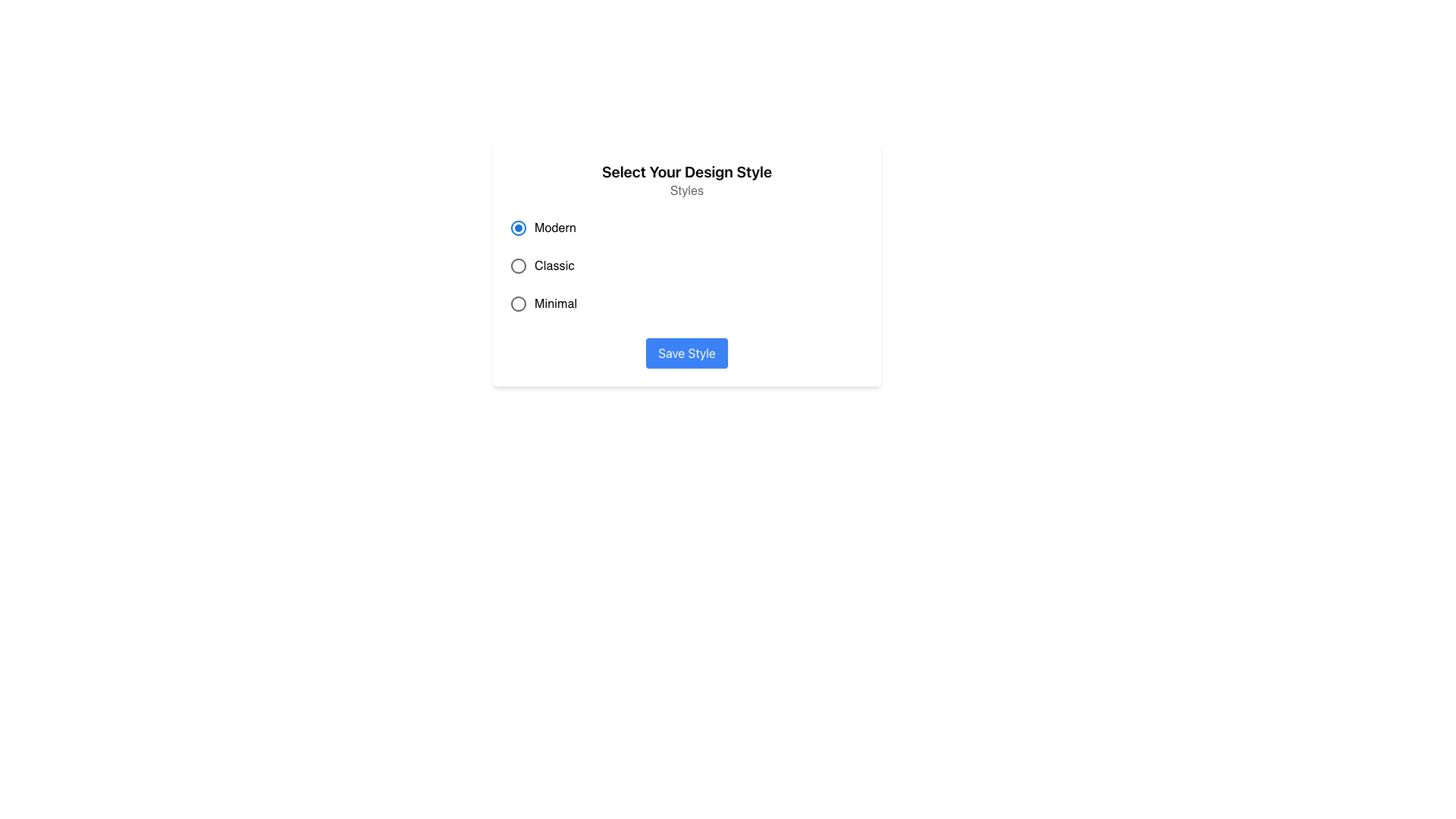 The width and height of the screenshot is (1456, 819). I want to click on the second circular radio button styled with a gray outline and filled dark center, so click(519, 265).